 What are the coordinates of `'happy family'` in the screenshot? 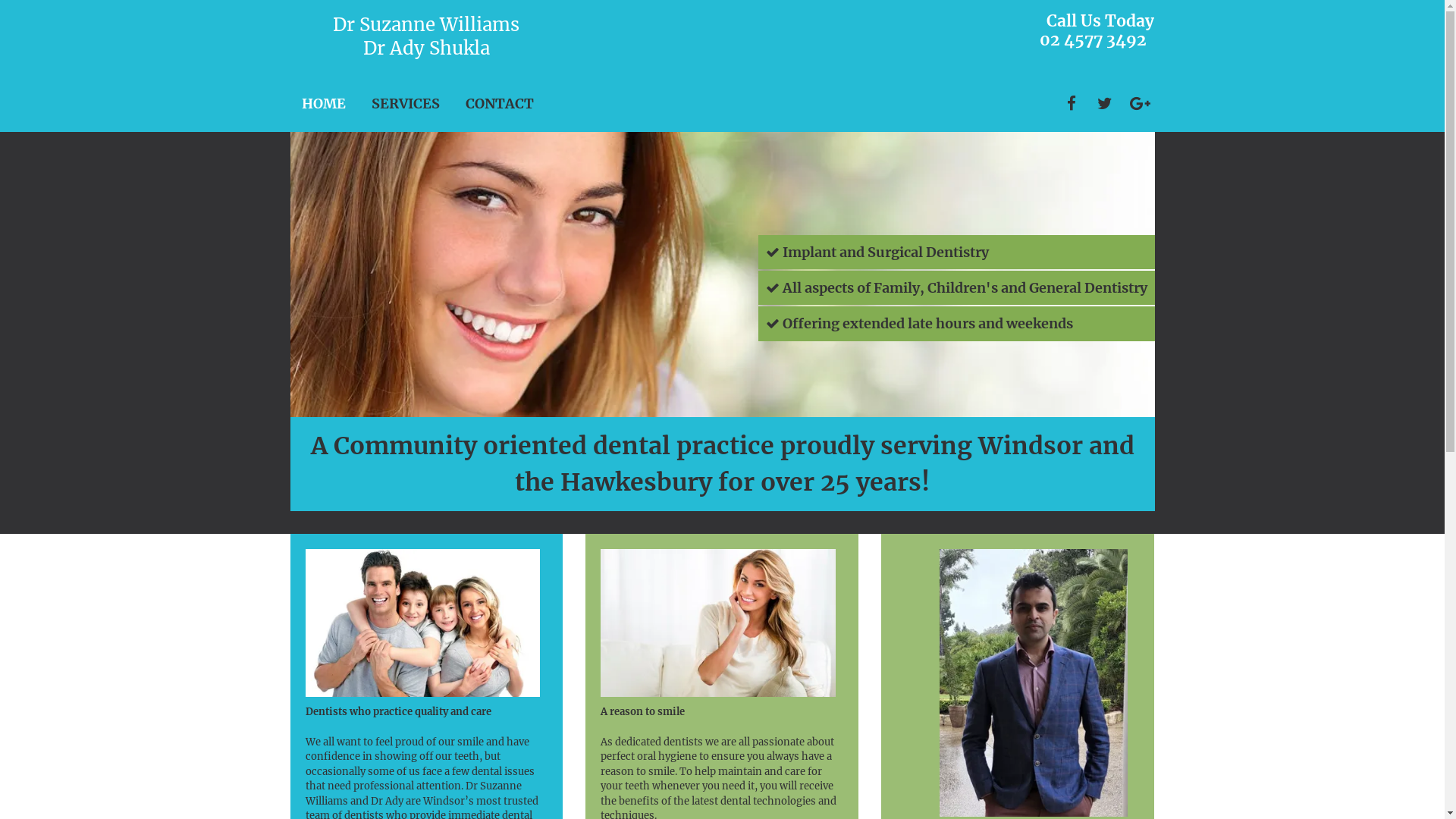 It's located at (422, 623).